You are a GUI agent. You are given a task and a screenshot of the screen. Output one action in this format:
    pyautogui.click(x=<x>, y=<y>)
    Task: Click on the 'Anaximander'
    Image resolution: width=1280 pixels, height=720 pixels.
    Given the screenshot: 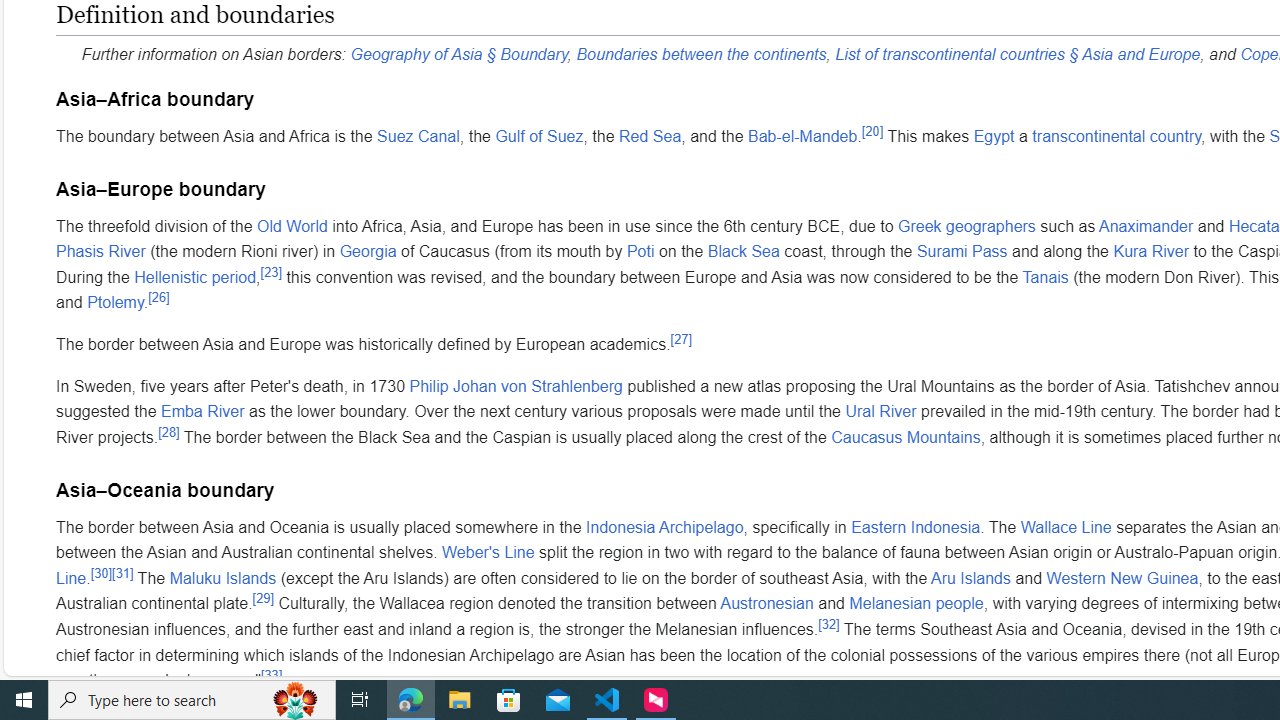 What is the action you would take?
    pyautogui.click(x=1146, y=225)
    